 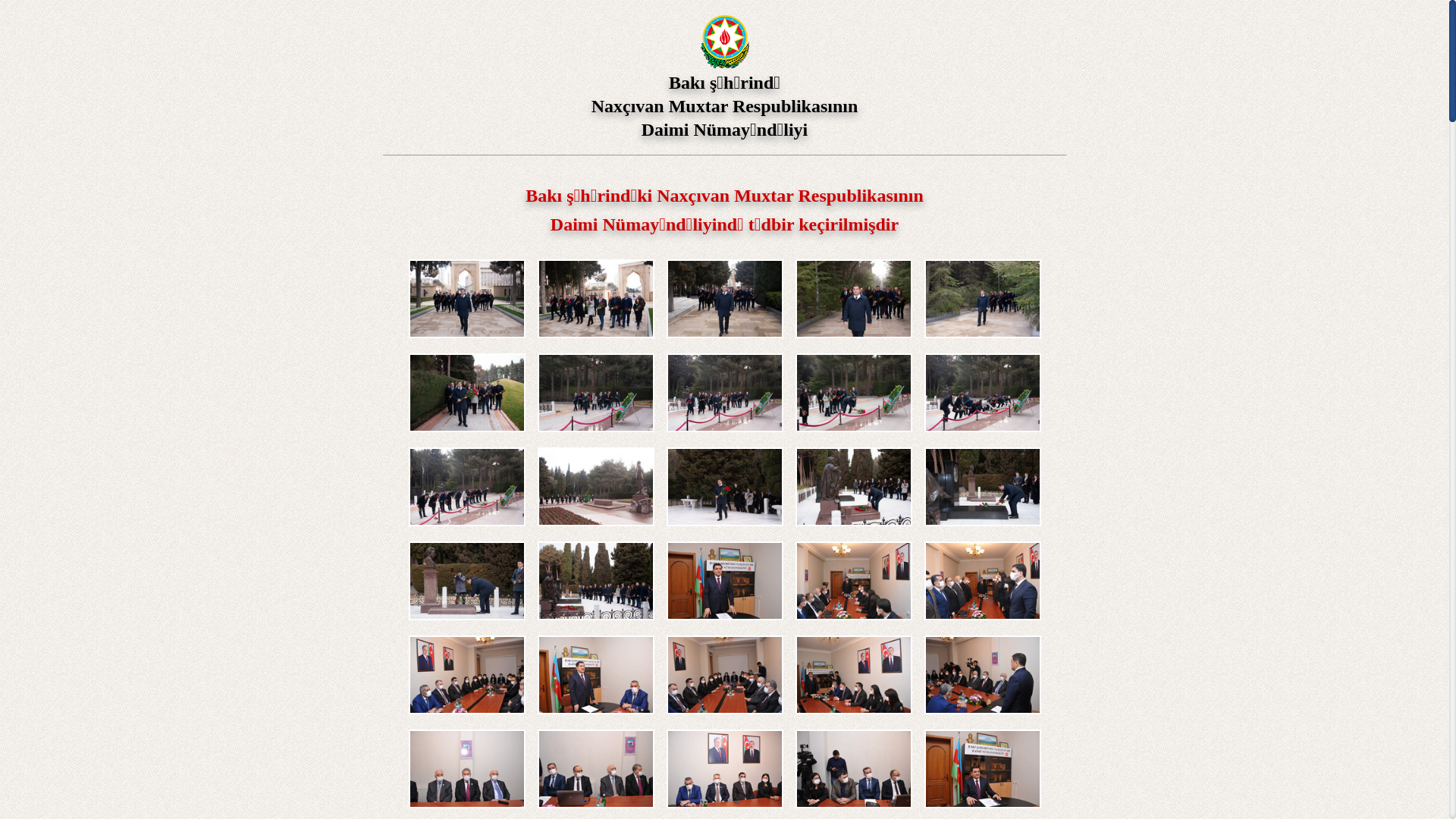 What do you see at coordinates (723, 391) in the screenshot?
I see `'Click to enlarge'` at bounding box center [723, 391].